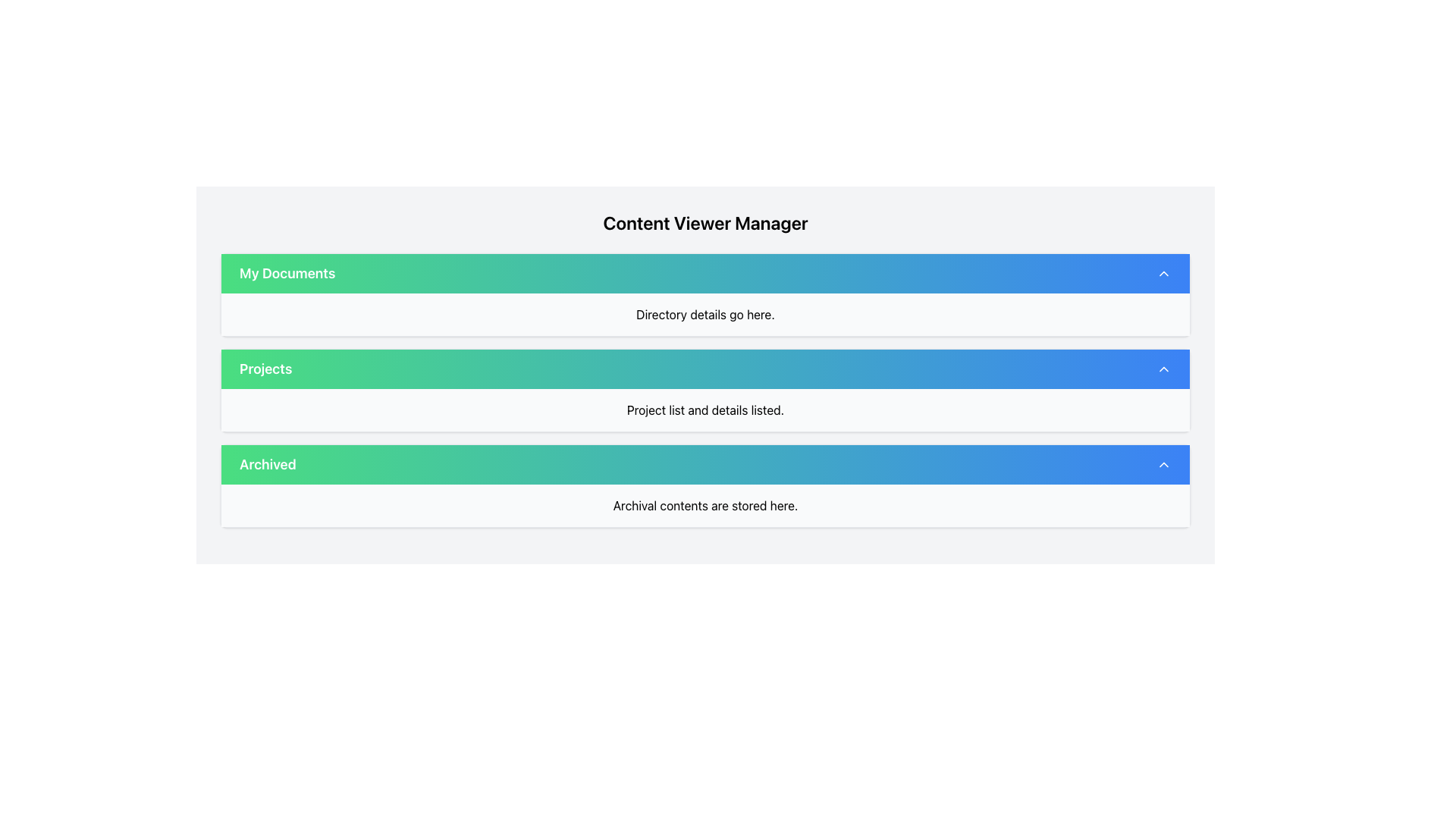 This screenshot has width=1456, height=819. What do you see at coordinates (1163, 464) in the screenshot?
I see `the icon located on the far-right side of the 'Archived' bar` at bounding box center [1163, 464].